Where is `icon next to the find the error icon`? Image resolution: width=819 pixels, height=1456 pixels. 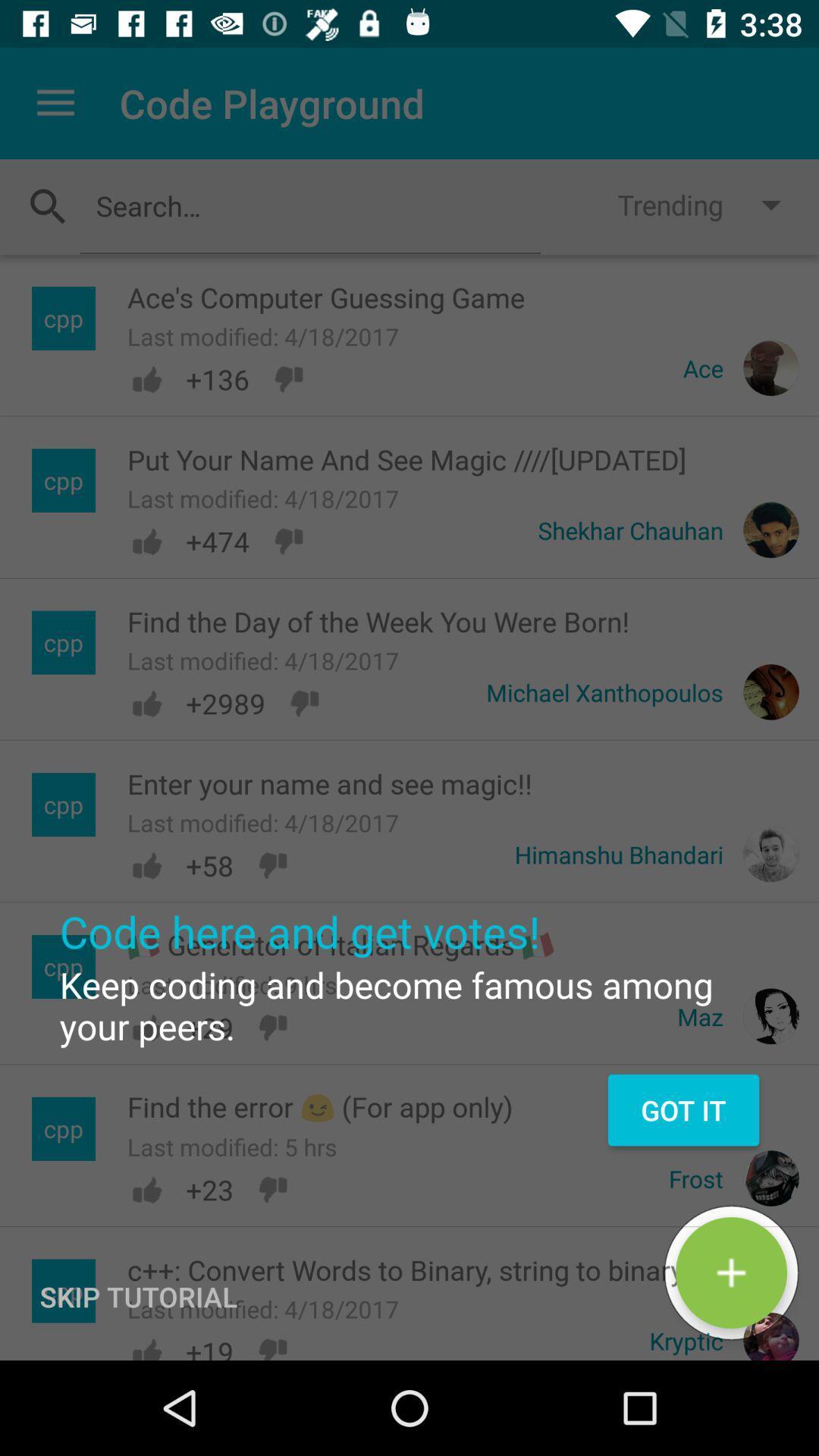 icon next to the find the error icon is located at coordinates (683, 1110).